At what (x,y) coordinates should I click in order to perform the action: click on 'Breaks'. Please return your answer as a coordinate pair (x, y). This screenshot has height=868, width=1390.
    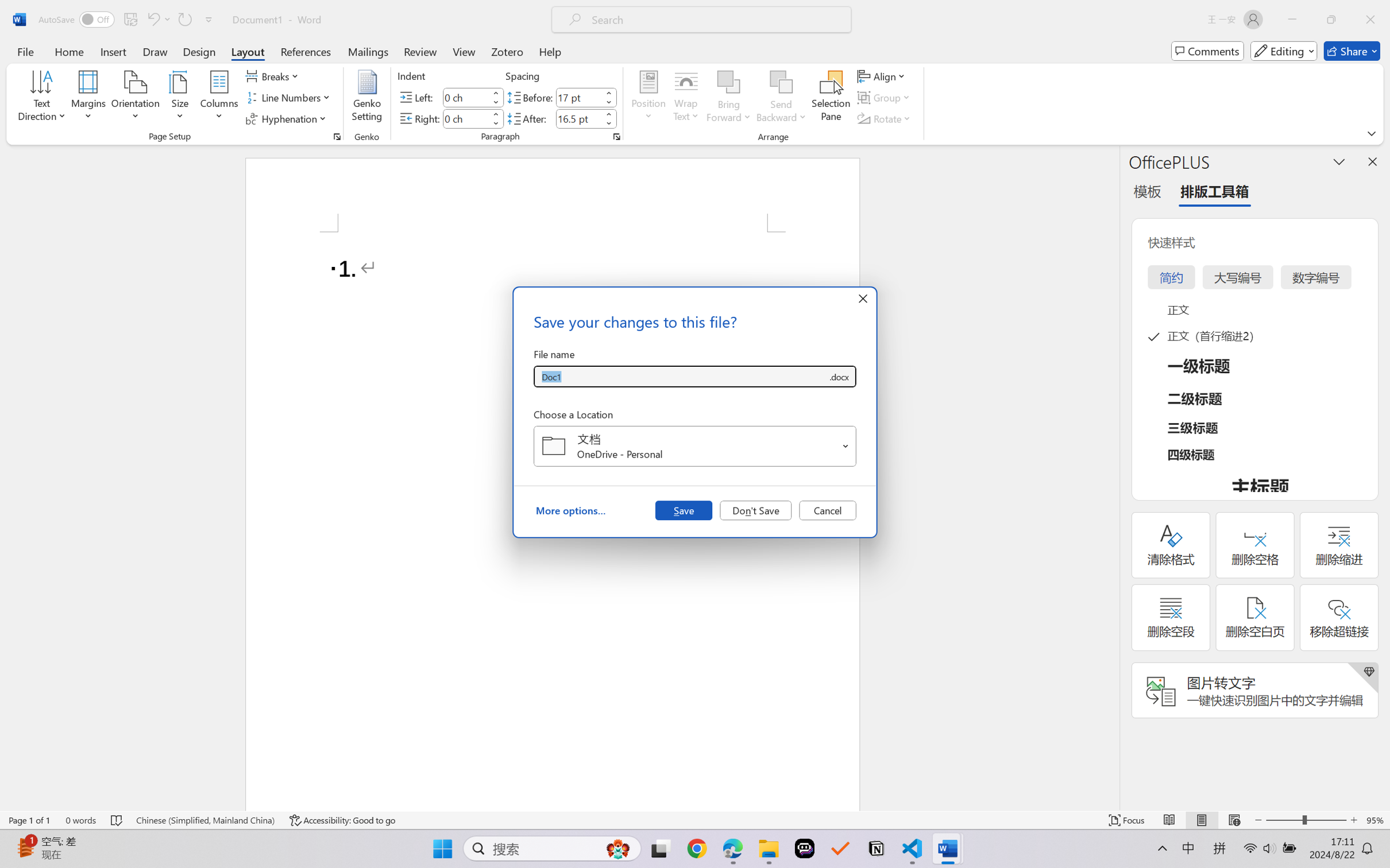
    Looking at the image, I should click on (273, 75).